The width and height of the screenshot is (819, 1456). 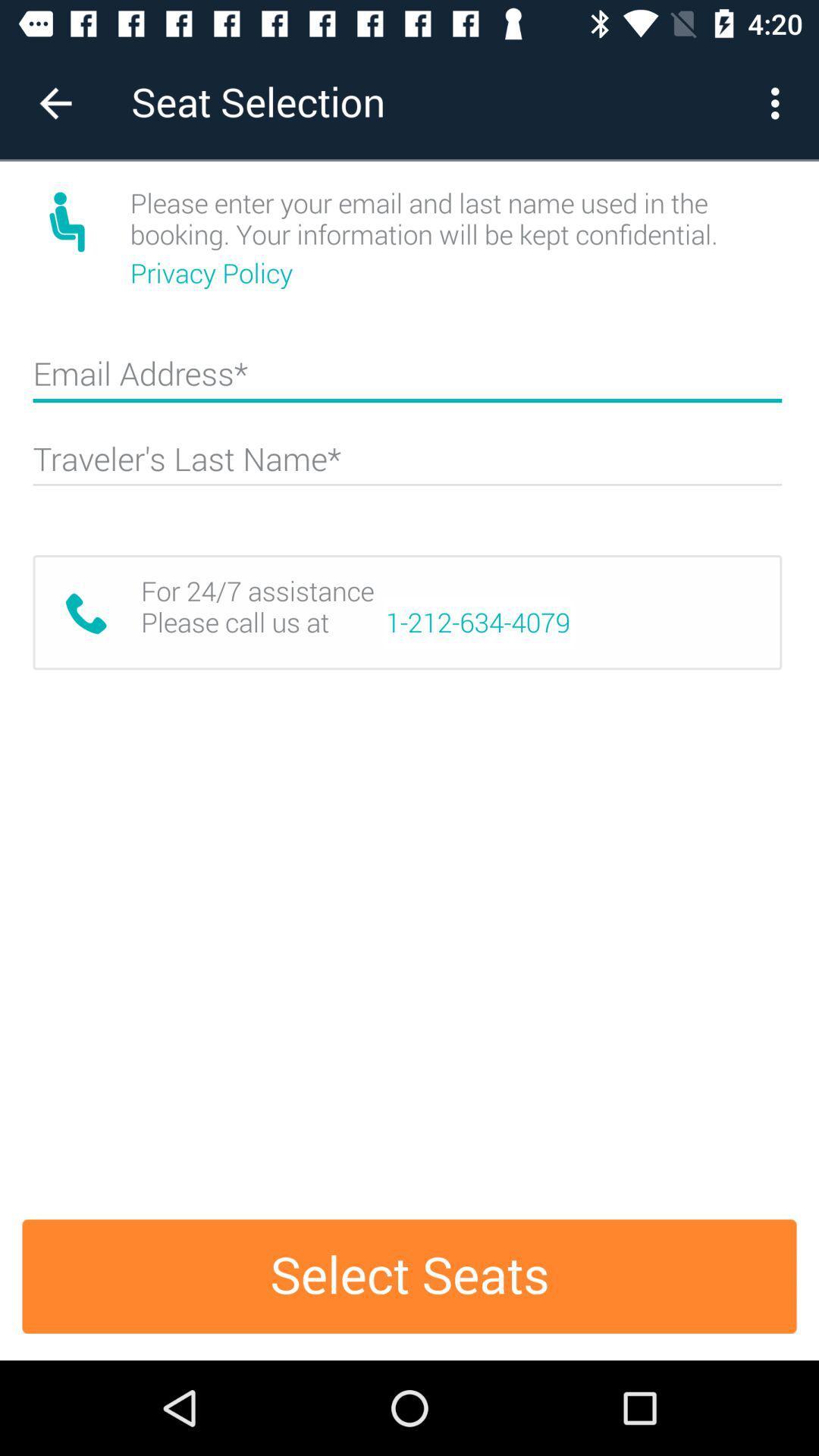 I want to click on type email address, so click(x=406, y=380).